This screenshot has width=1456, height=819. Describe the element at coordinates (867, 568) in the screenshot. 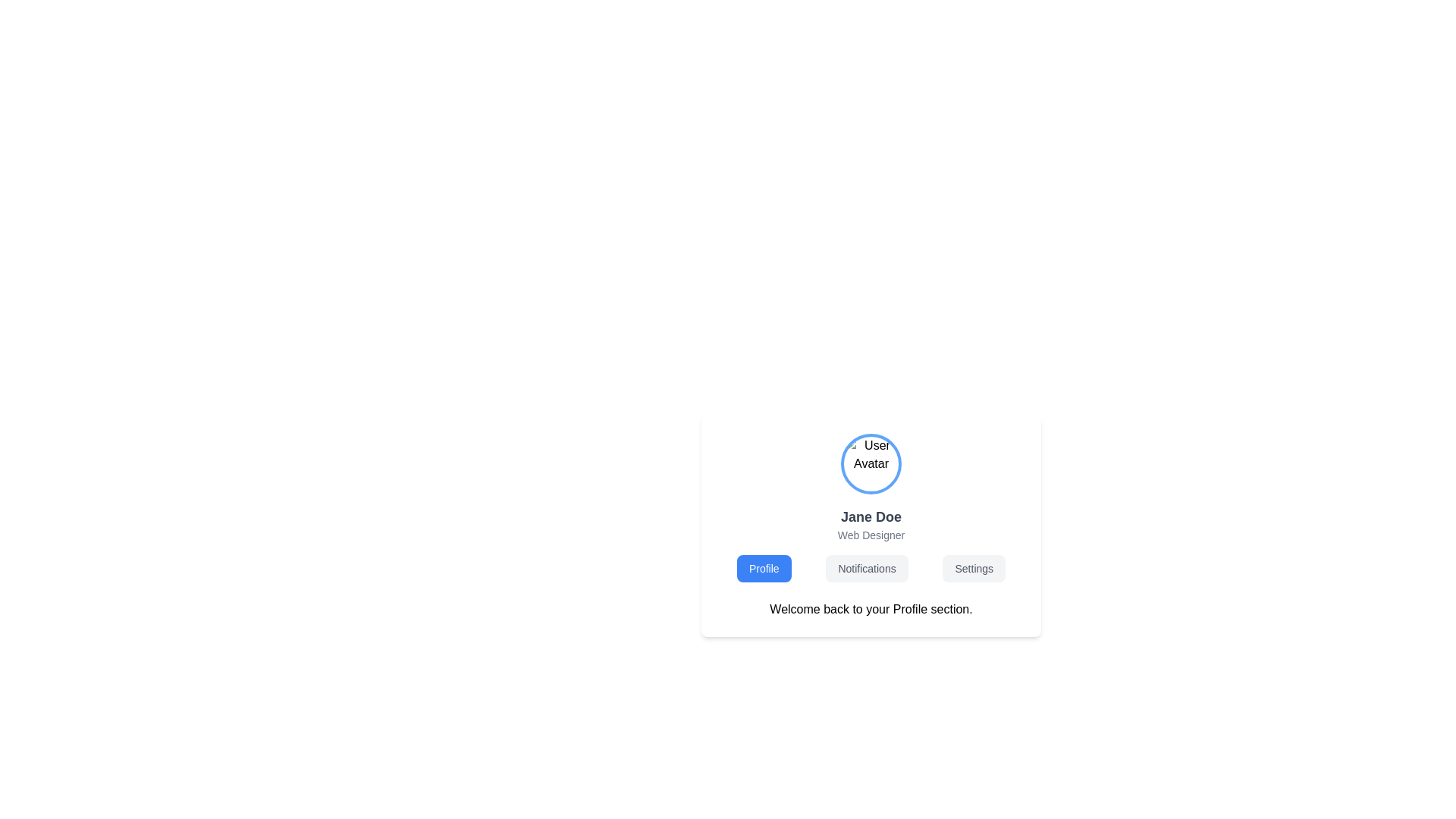

I see `the 'Notifications' button, which is a rectangular button with rounded corners and a light gray background` at that location.